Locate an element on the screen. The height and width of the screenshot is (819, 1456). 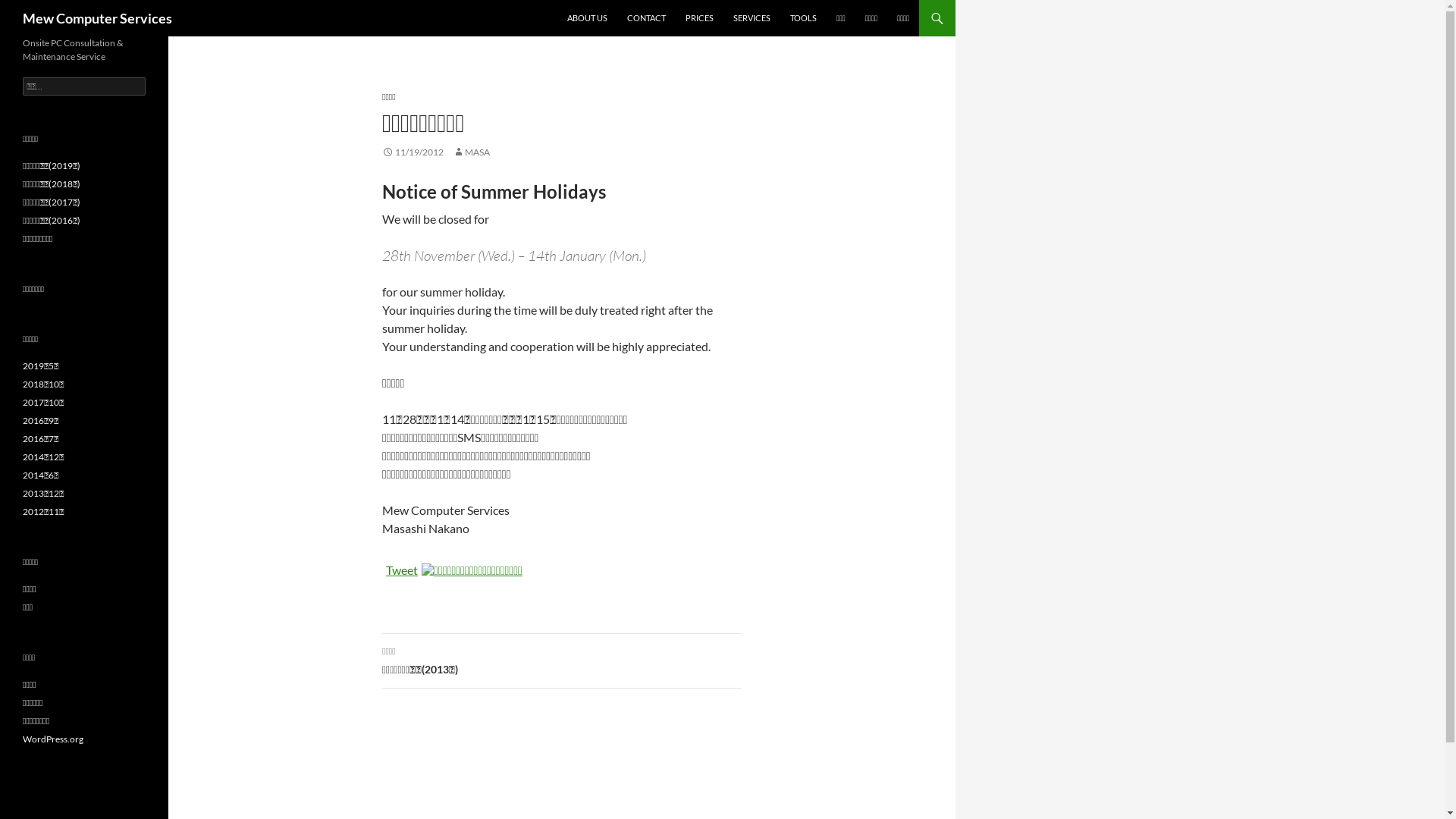
'PRICES' is located at coordinates (698, 17).